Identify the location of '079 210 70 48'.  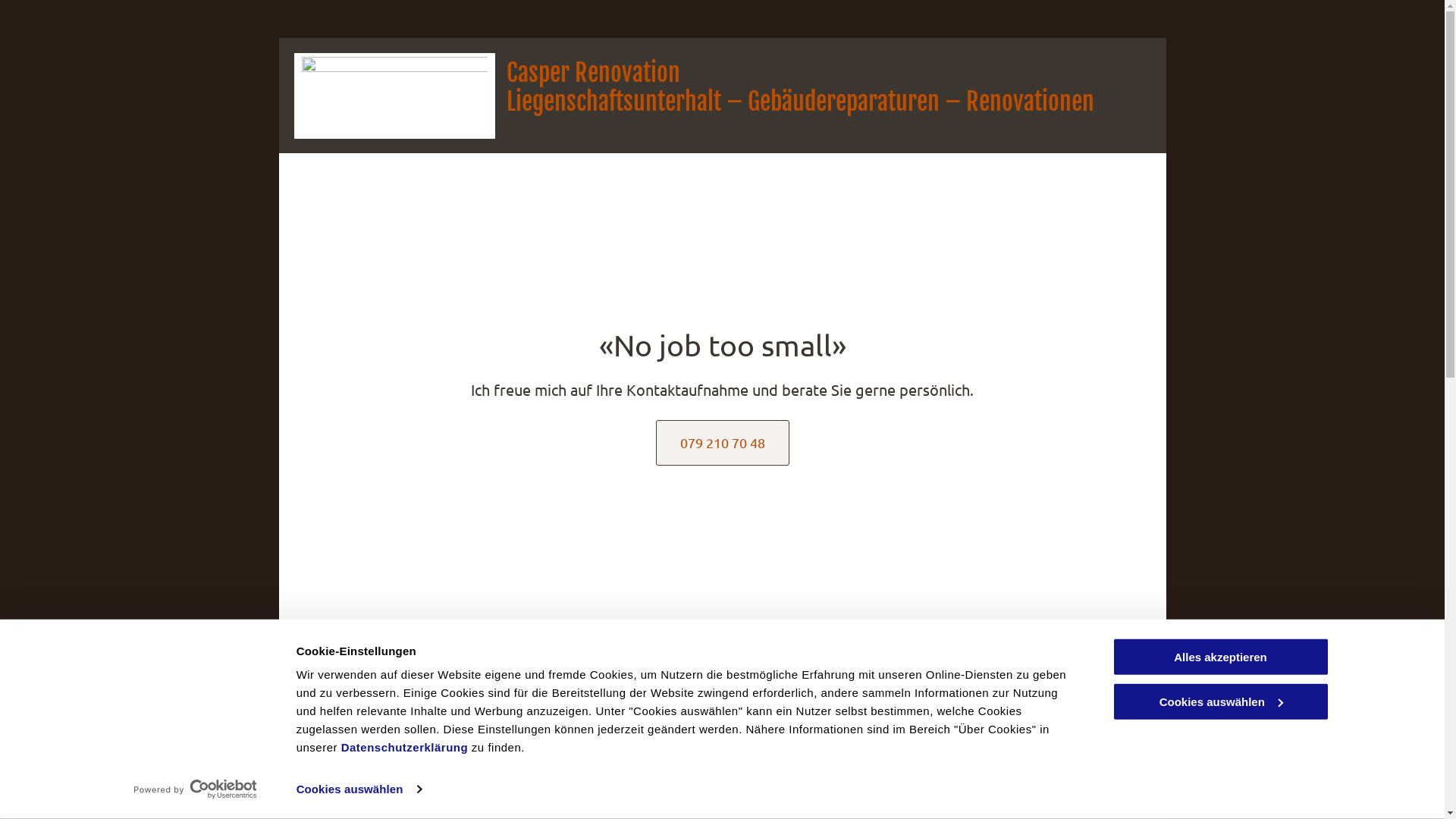
(720, 442).